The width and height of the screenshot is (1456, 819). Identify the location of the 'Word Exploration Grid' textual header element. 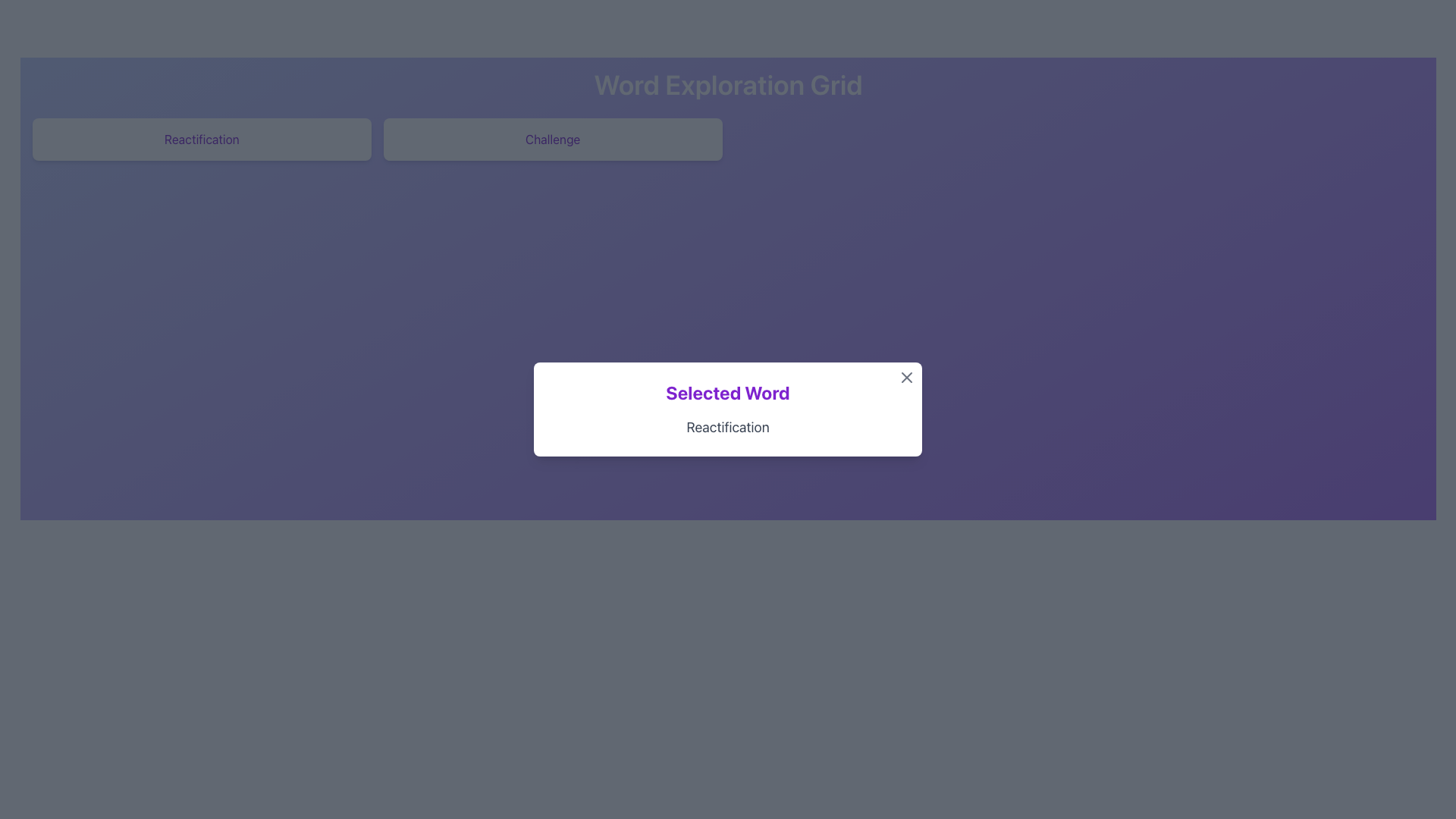
(728, 84).